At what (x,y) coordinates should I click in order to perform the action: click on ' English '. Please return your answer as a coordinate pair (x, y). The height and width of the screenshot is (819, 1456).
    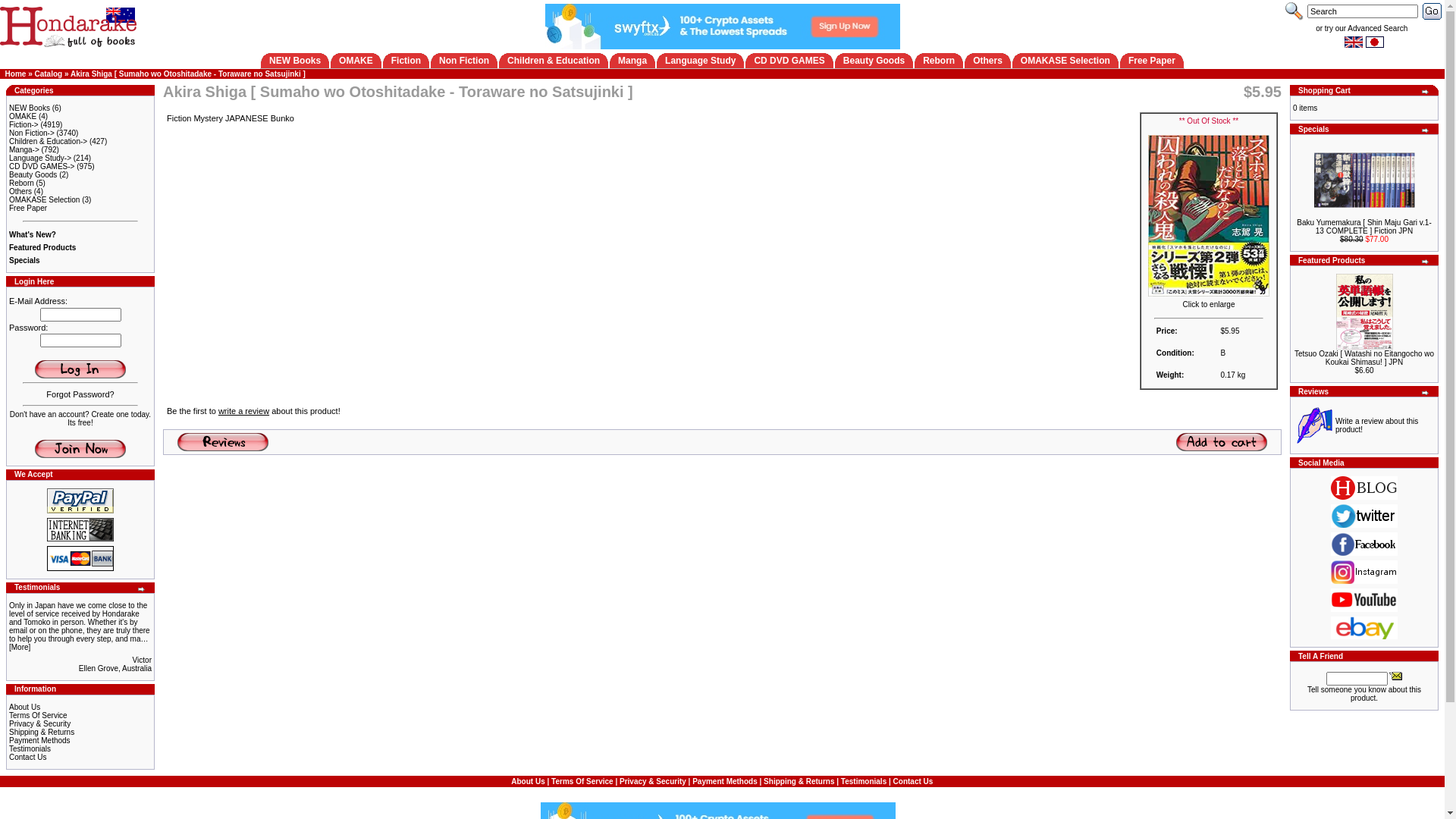
    Looking at the image, I should click on (1353, 41).